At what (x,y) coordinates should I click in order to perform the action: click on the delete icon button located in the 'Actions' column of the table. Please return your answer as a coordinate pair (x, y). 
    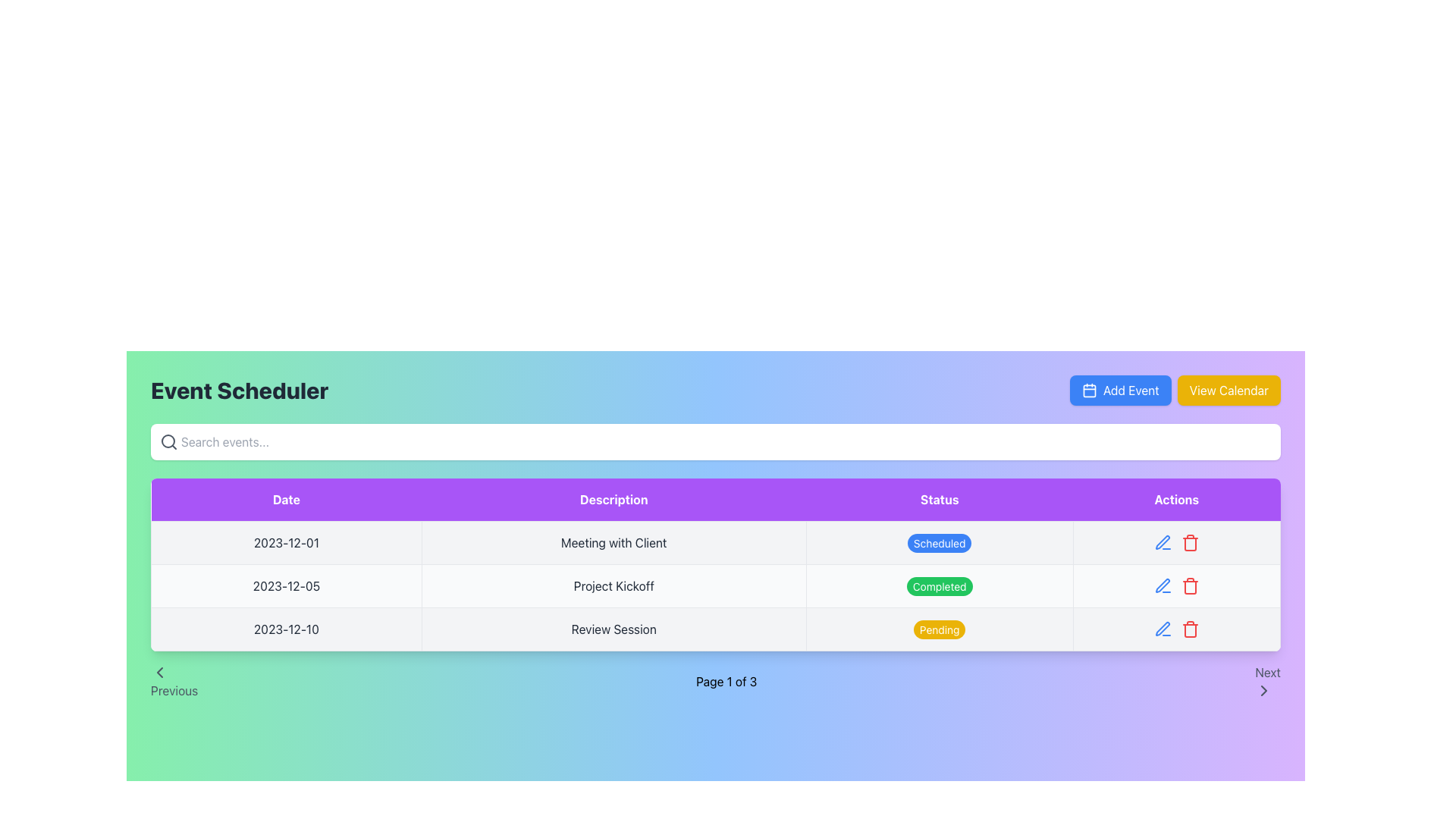
    Looking at the image, I should click on (1189, 542).